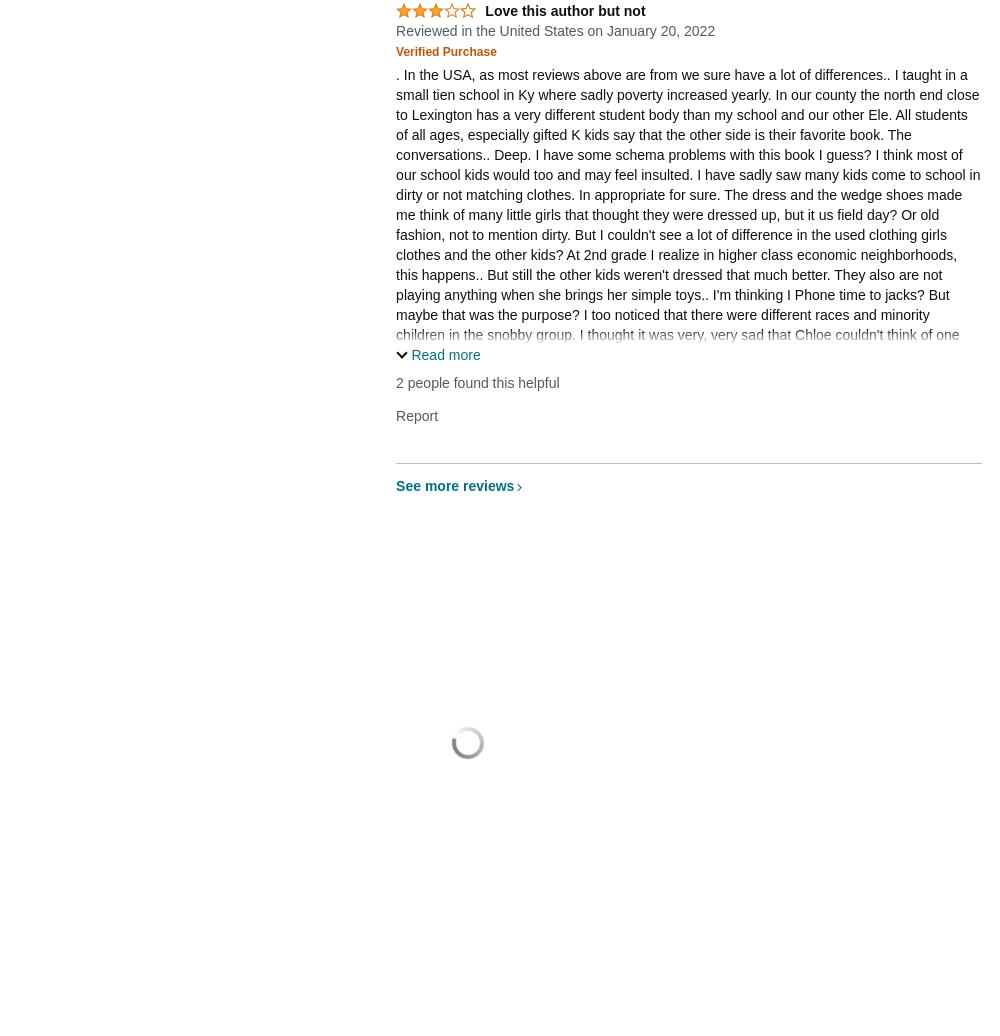  Describe the element at coordinates (484, 10) in the screenshot. I see `'Love this author but not'` at that location.